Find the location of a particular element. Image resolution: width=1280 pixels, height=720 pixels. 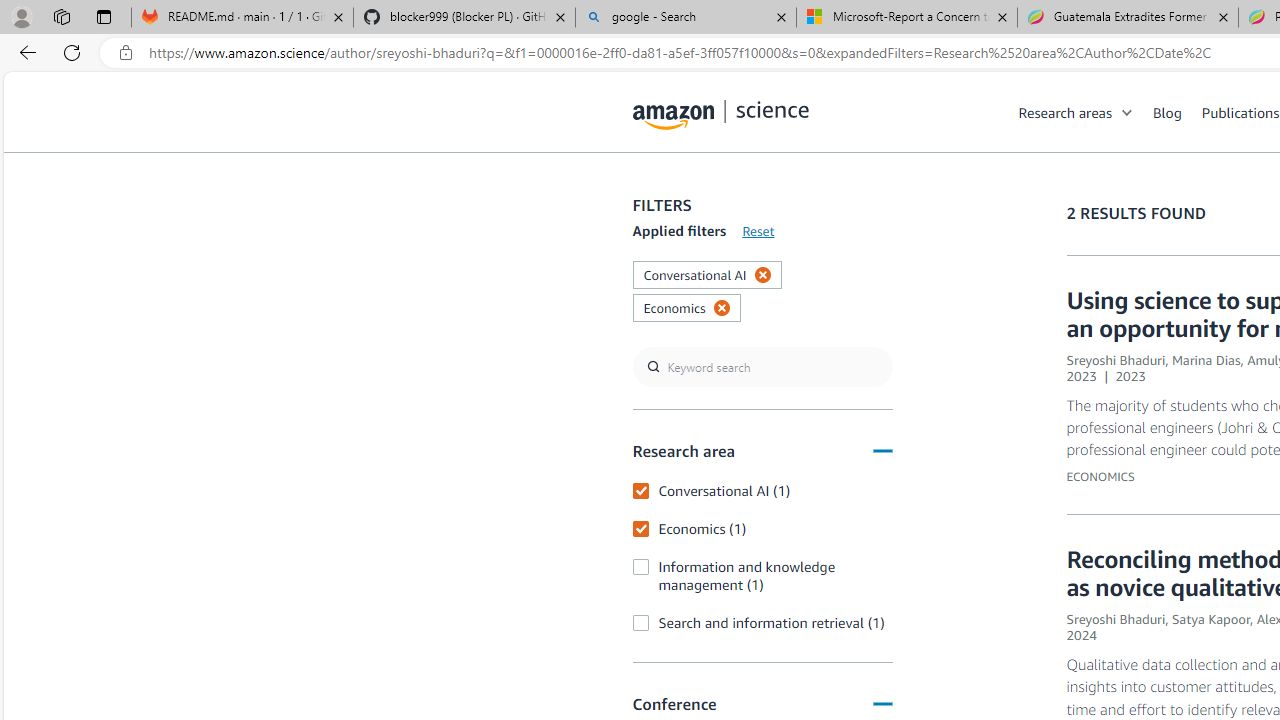

'amazon-science-logo.svg' is located at coordinates (720, 115).